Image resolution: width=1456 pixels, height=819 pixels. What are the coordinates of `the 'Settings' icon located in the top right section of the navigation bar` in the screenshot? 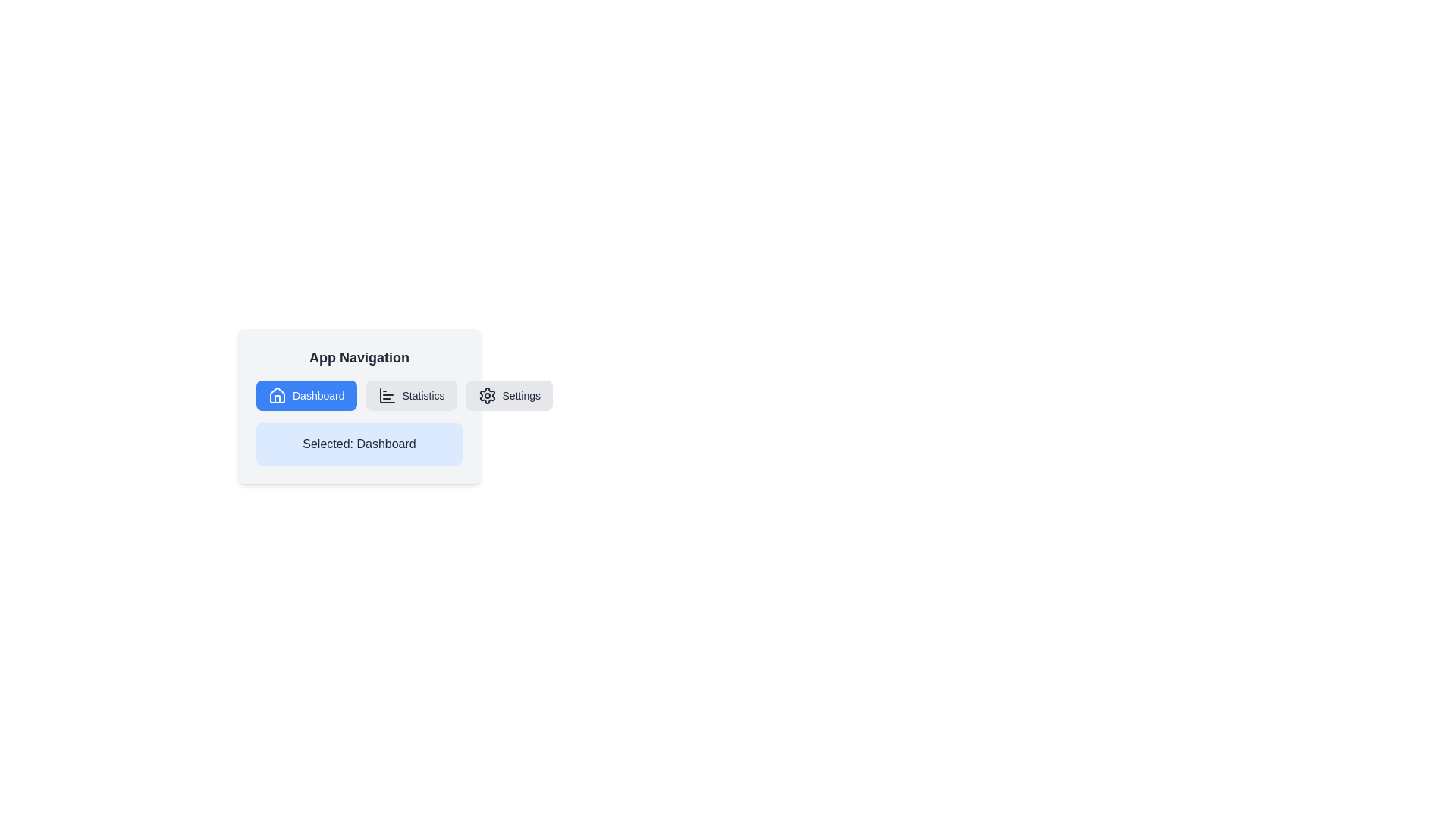 It's located at (487, 394).